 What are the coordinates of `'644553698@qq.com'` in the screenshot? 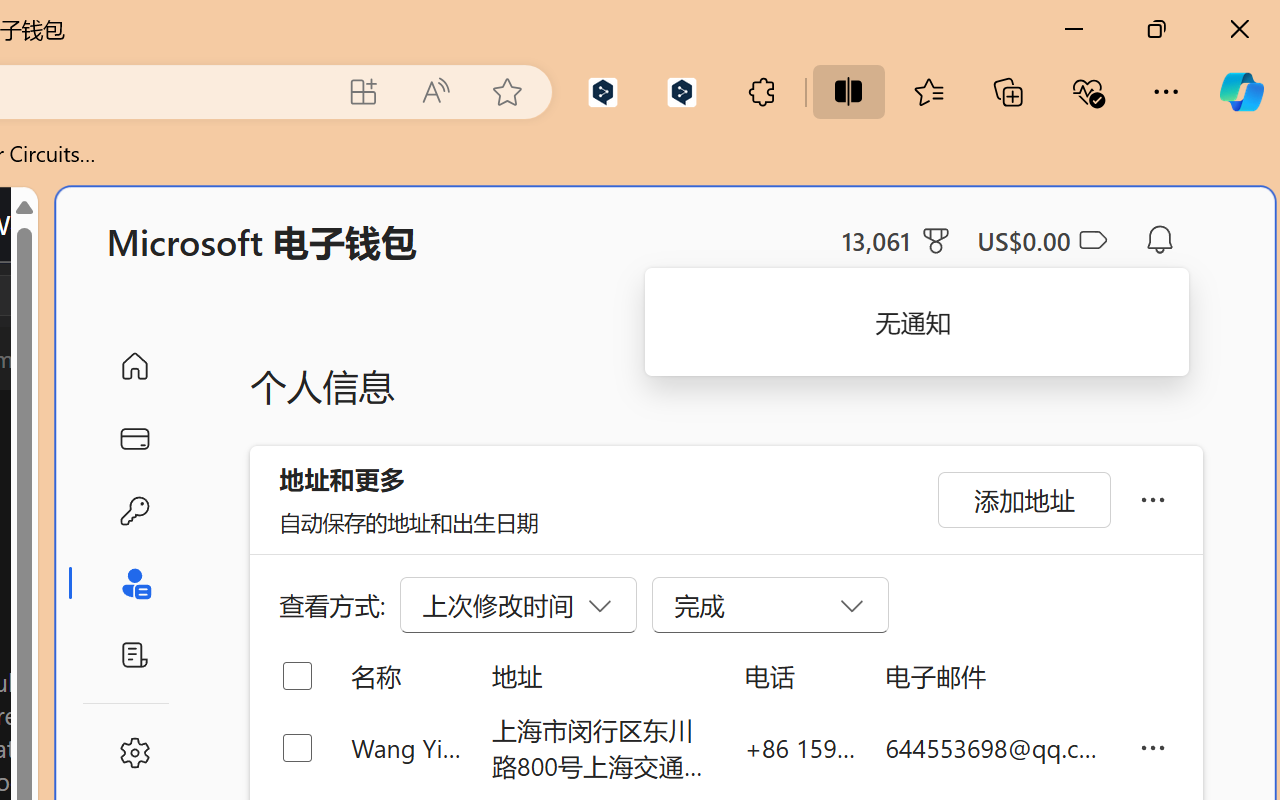 It's located at (996, 747).